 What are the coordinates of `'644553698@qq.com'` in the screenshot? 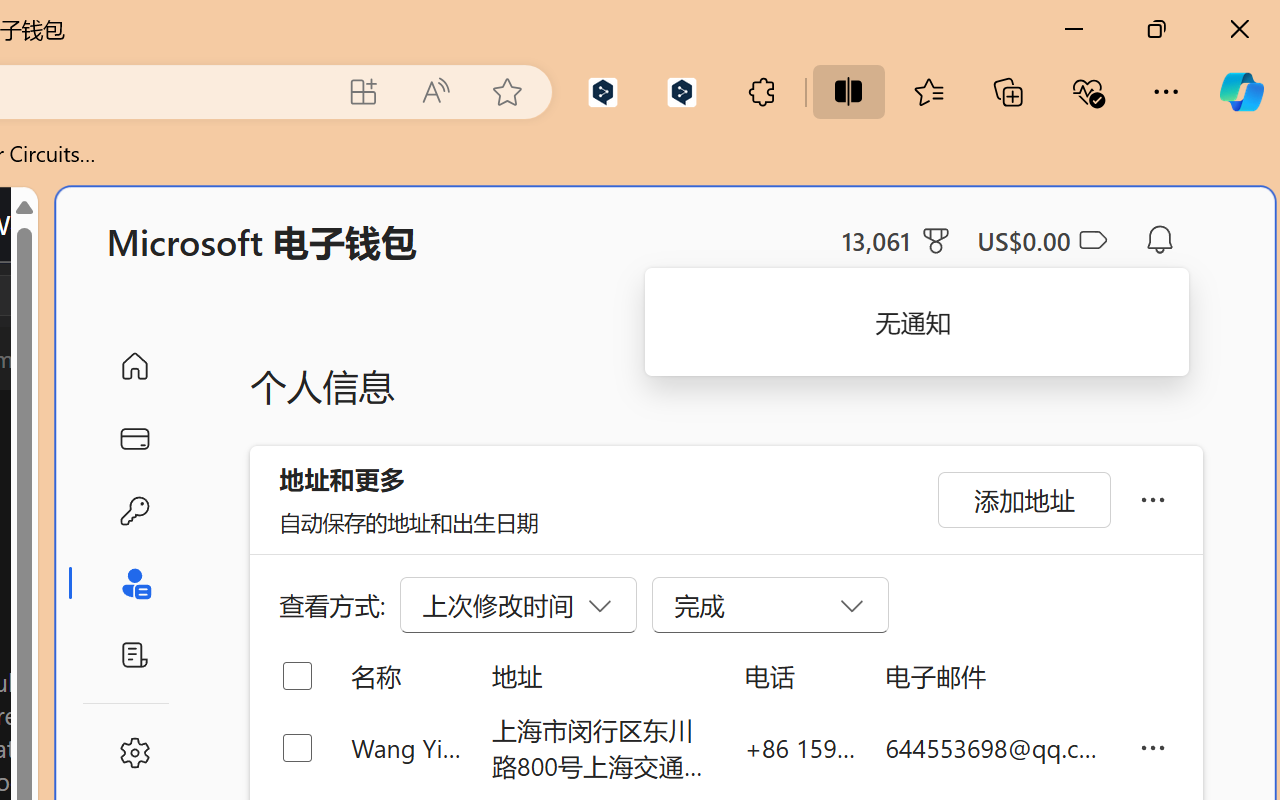 It's located at (996, 747).